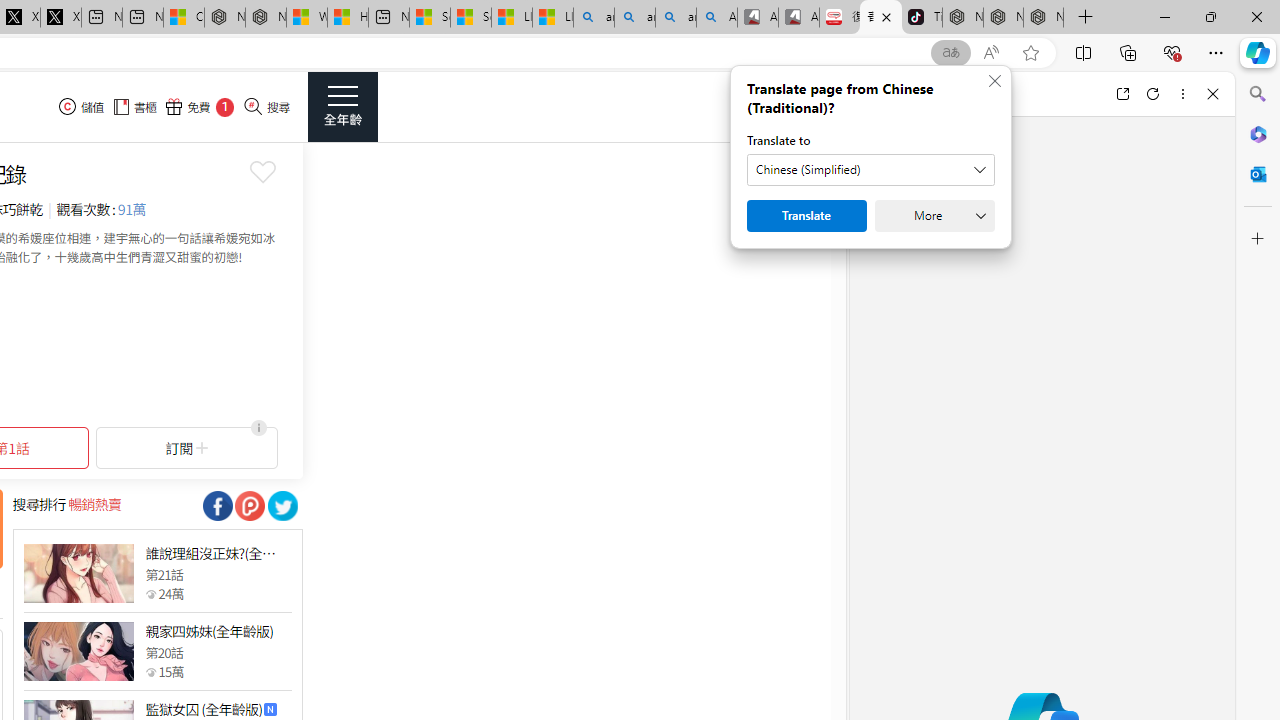 The image size is (1280, 720). Describe the element at coordinates (1257, 238) in the screenshot. I see `'Customize'` at that location.